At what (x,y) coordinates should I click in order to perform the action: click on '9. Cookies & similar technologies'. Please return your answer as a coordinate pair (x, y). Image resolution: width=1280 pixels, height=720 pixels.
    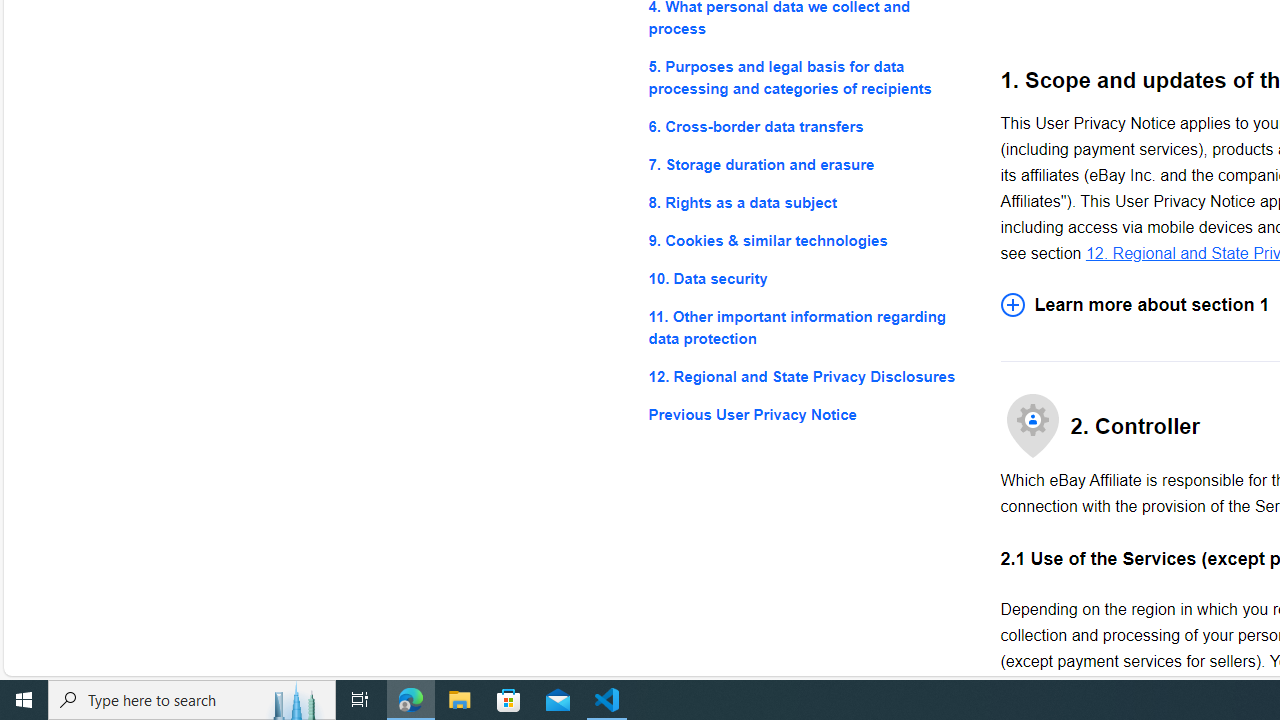
    Looking at the image, I should click on (808, 240).